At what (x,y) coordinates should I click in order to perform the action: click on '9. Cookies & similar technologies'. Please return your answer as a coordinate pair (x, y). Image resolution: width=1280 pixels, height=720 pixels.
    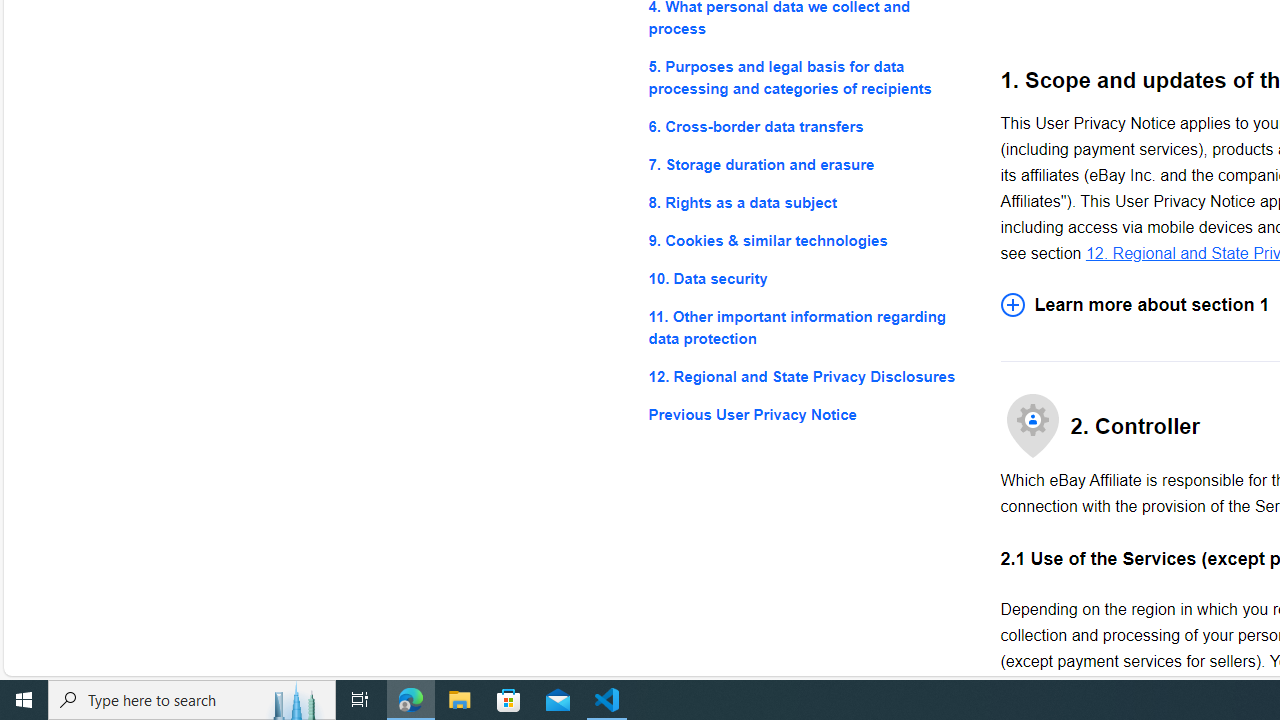
    Looking at the image, I should click on (808, 240).